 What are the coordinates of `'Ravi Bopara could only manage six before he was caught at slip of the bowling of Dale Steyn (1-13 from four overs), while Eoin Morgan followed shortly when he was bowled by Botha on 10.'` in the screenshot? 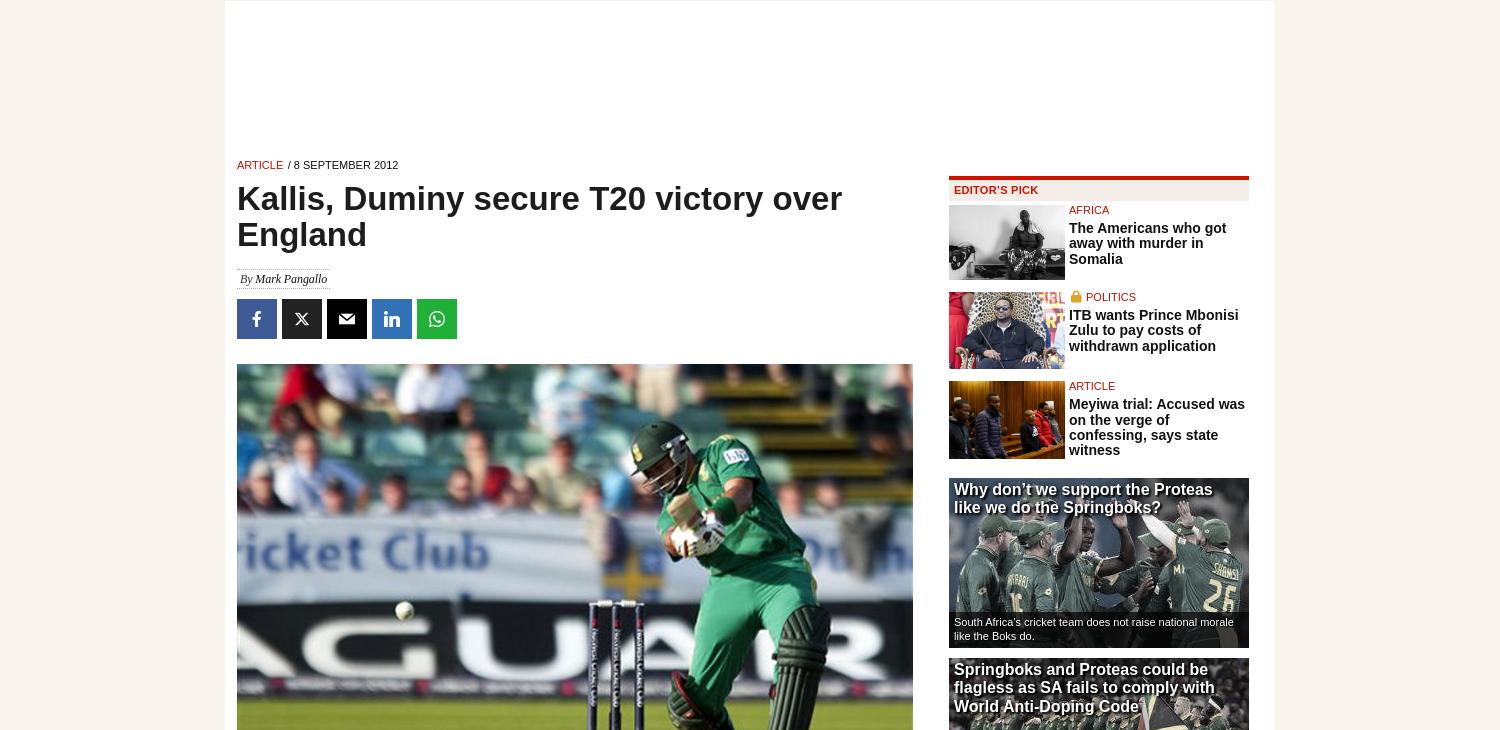 It's located at (566, 378).